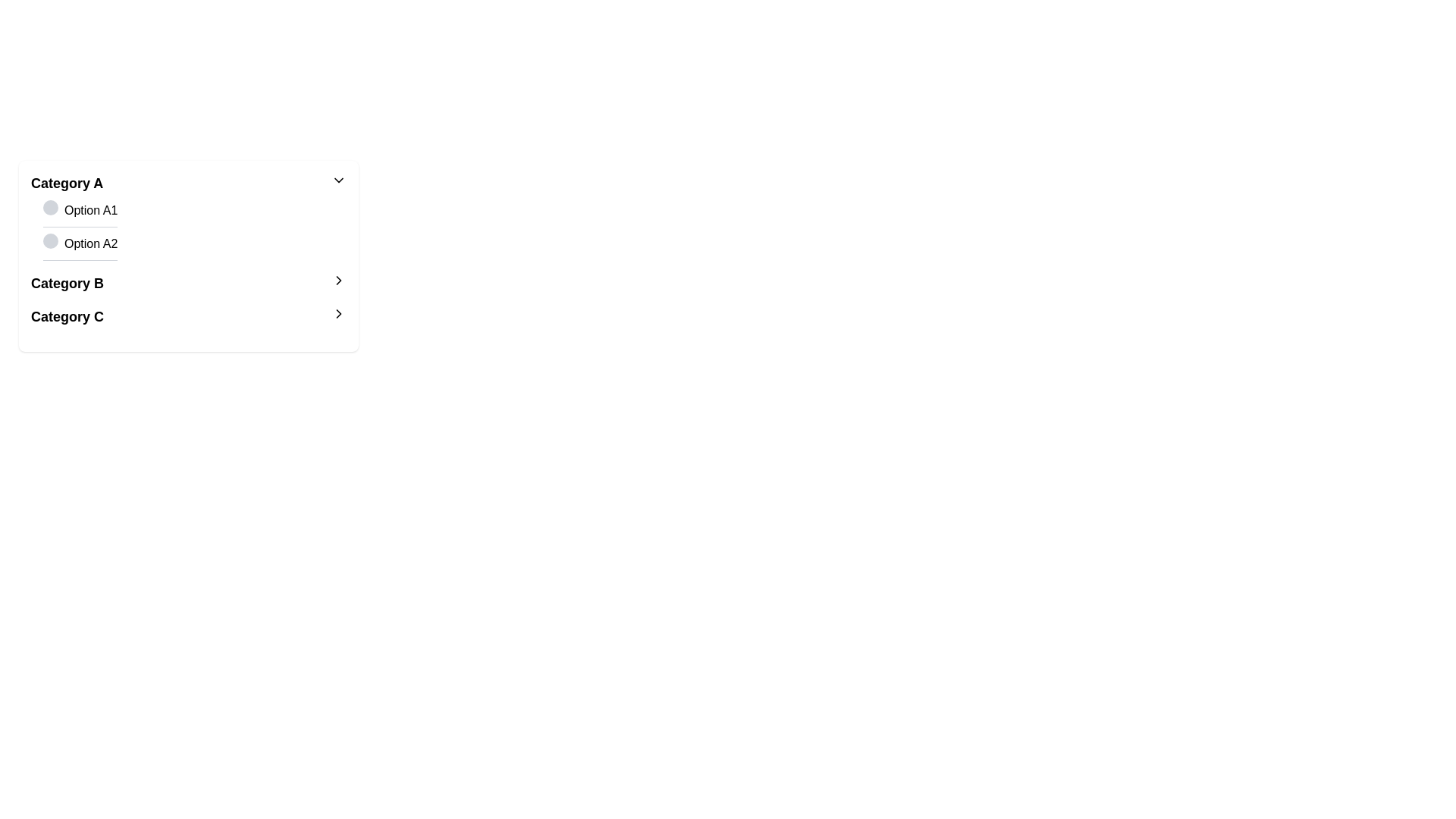  What do you see at coordinates (337, 281) in the screenshot?
I see `the chevron icon located to the right of 'Category B'` at bounding box center [337, 281].